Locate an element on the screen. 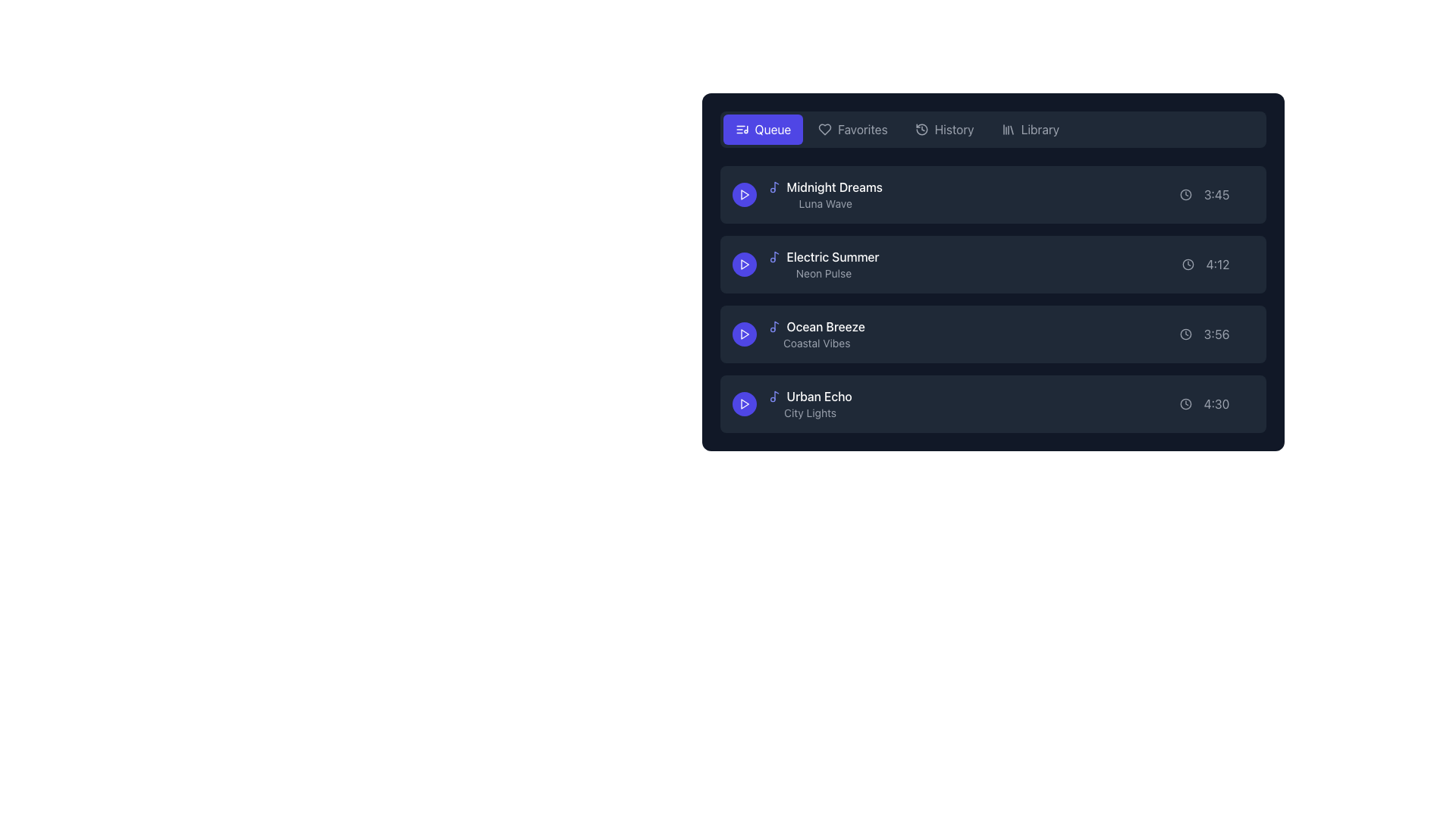 This screenshot has width=1456, height=819. the heart-shaped icon with an outline style, located to the left of the 'Favorites' text in the navigation bar at the top of the dark-themed interface is located at coordinates (824, 128).